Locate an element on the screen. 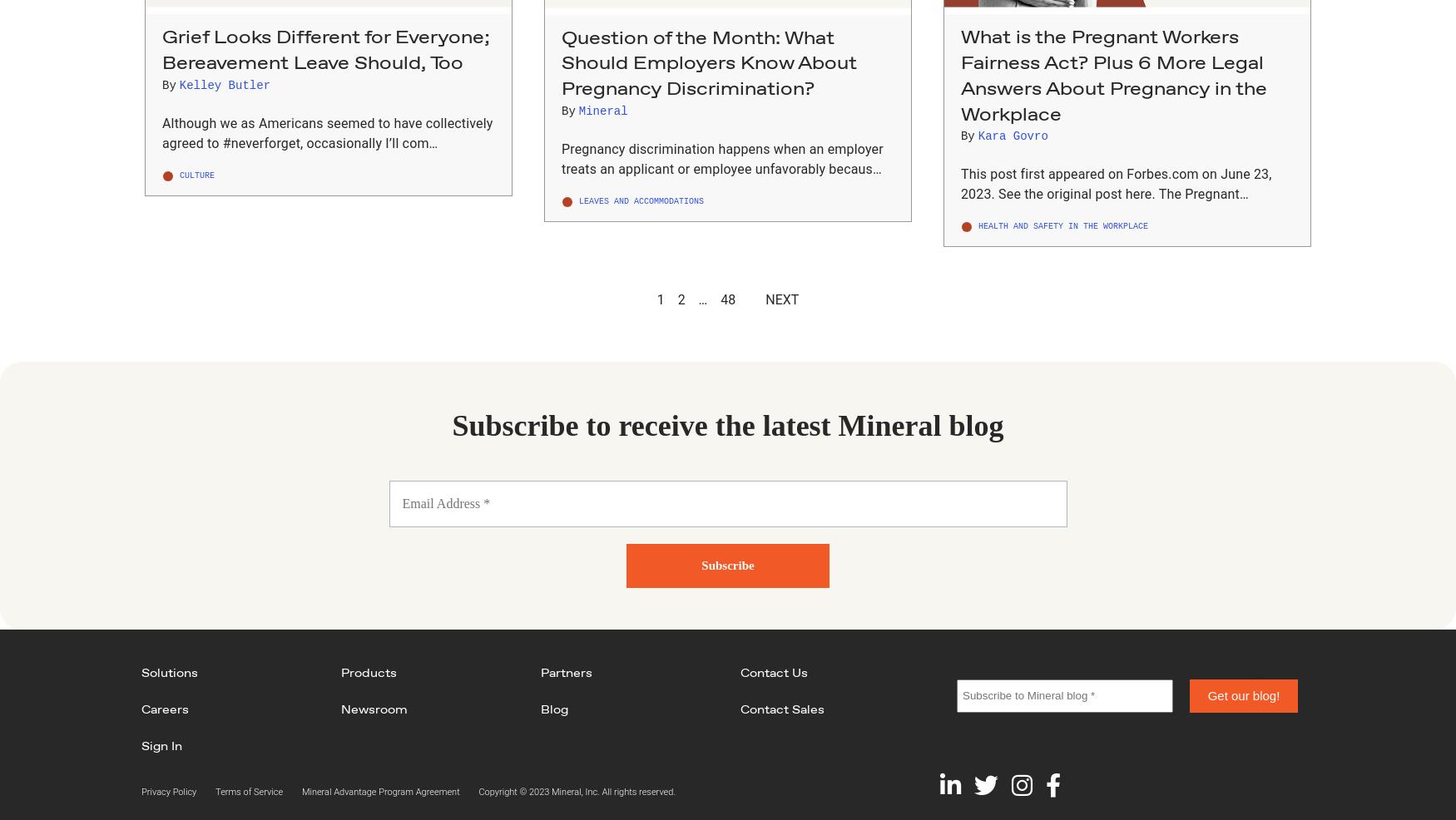 This screenshot has width=1456, height=820. 'This post first appeared on Forbes.com on June 23, 2023. See the original post here.
The Pregnant…' is located at coordinates (1116, 183).